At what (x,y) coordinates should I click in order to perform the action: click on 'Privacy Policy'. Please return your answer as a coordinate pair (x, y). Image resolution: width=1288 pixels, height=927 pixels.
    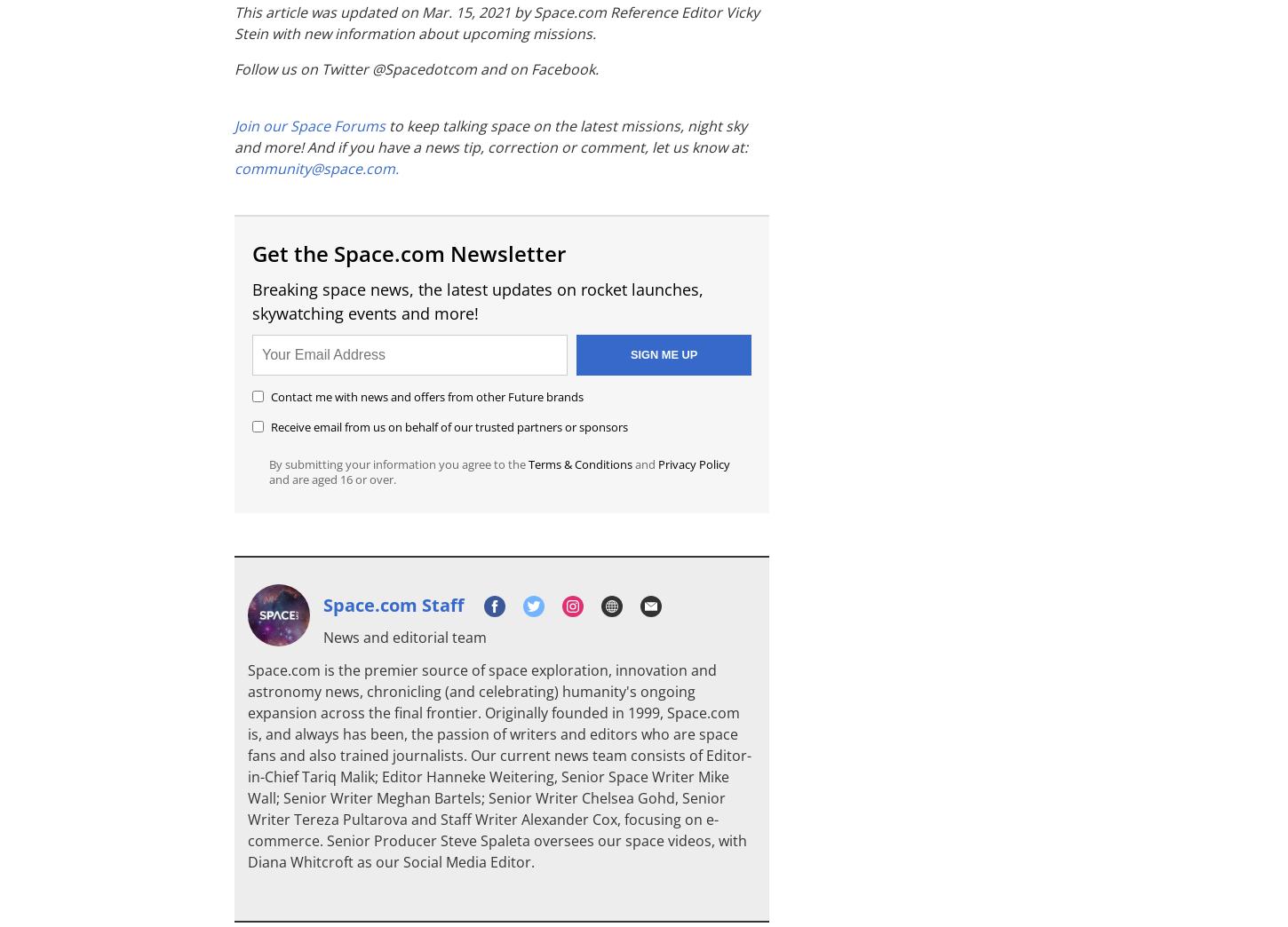
    Looking at the image, I should click on (657, 463).